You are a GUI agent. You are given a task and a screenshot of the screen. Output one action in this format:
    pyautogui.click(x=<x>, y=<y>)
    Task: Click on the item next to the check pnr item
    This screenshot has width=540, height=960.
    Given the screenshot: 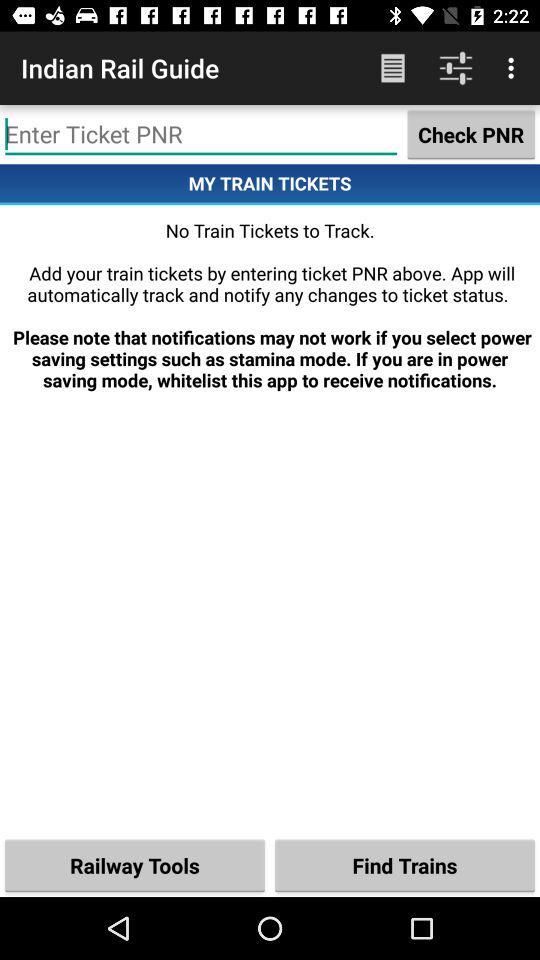 What is the action you would take?
    pyautogui.click(x=201, y=133)
    